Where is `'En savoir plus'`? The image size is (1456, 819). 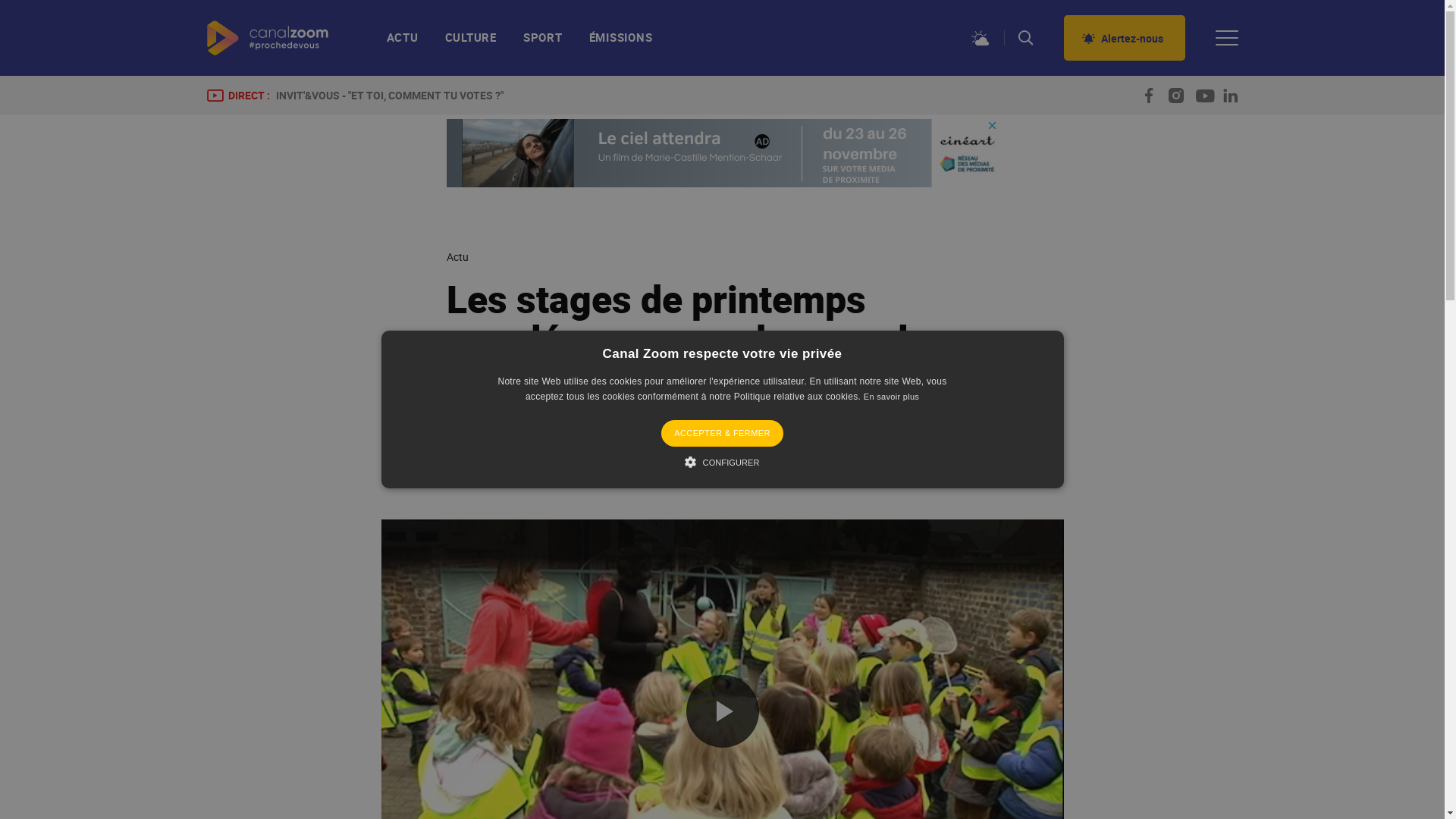 'En savoir plus' is located at coordinates (891, 396).